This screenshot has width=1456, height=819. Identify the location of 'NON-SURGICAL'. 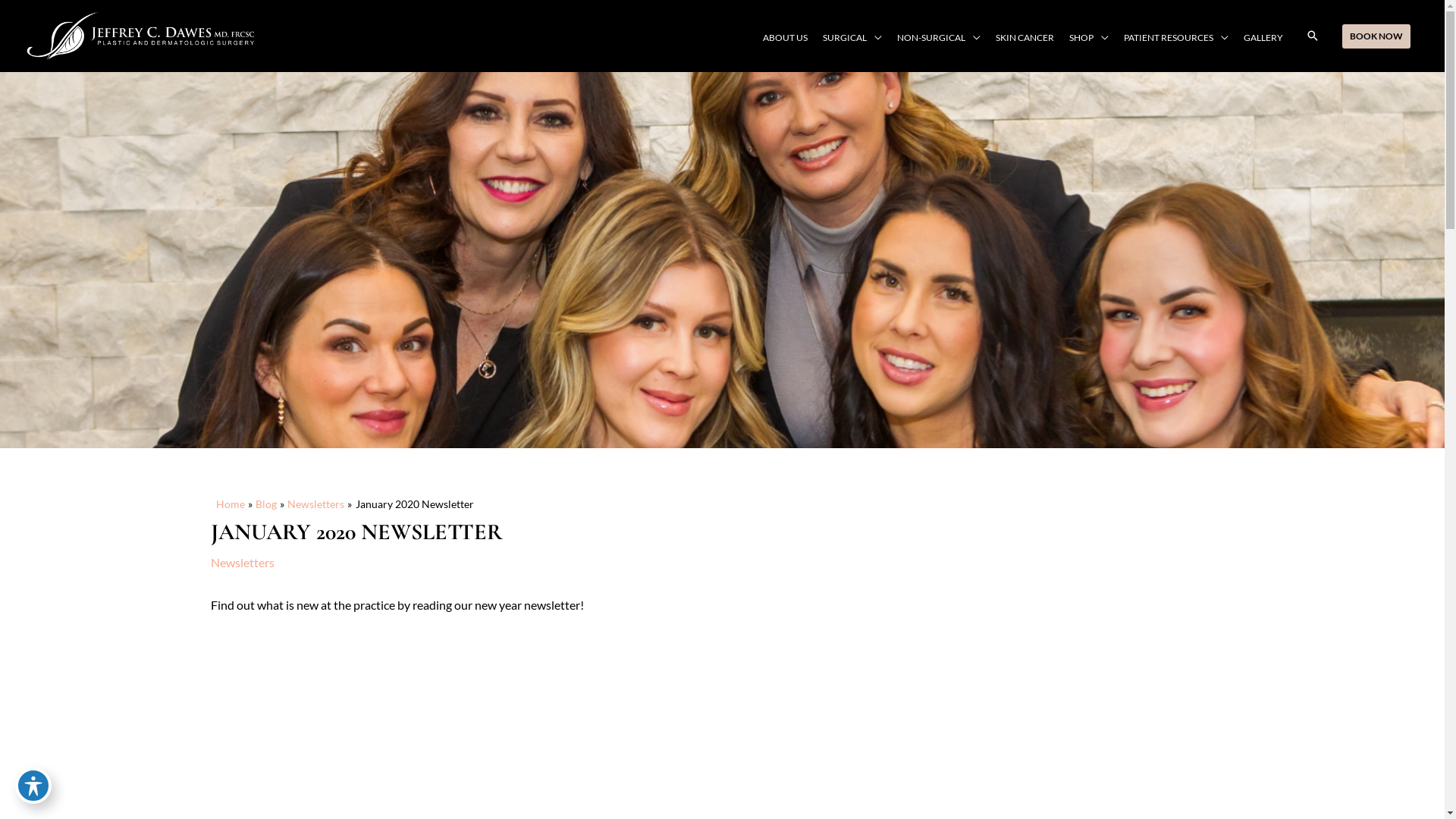
(938, 37).